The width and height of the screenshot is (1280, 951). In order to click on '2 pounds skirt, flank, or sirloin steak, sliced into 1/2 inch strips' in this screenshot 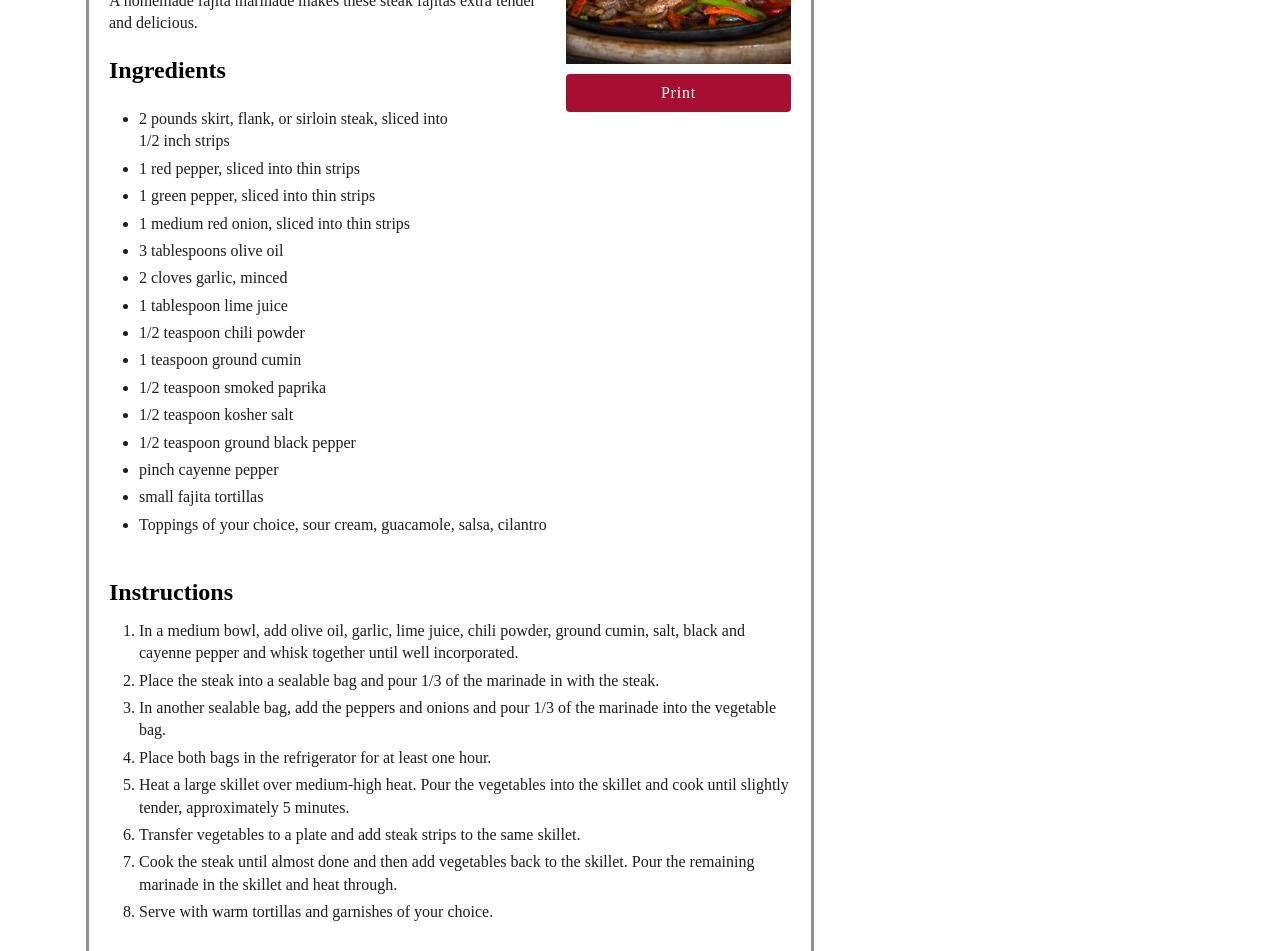, I will do `click(291, 128)`.